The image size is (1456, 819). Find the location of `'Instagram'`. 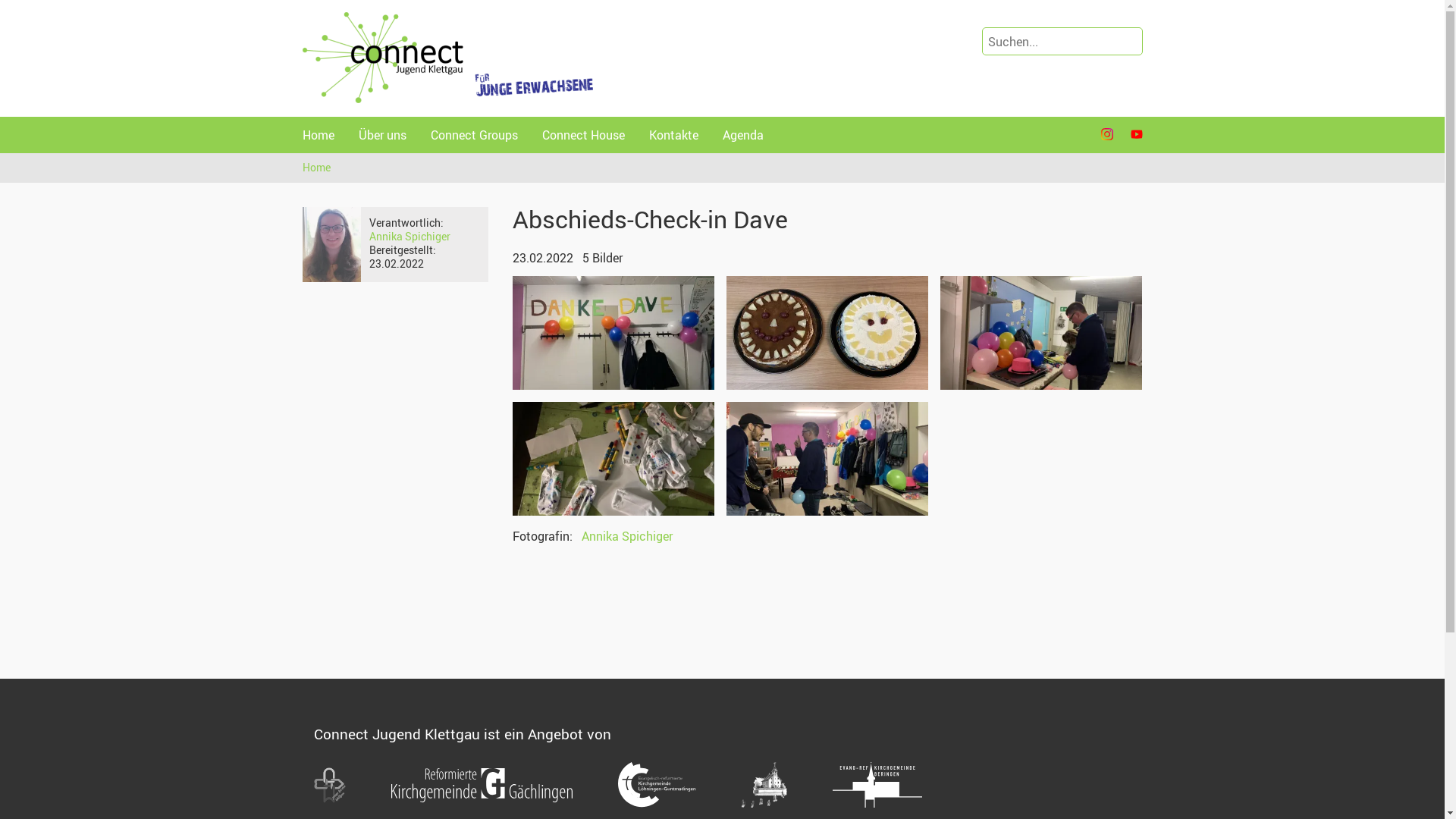

'Instagram' is located at coordinates (1106, 133).